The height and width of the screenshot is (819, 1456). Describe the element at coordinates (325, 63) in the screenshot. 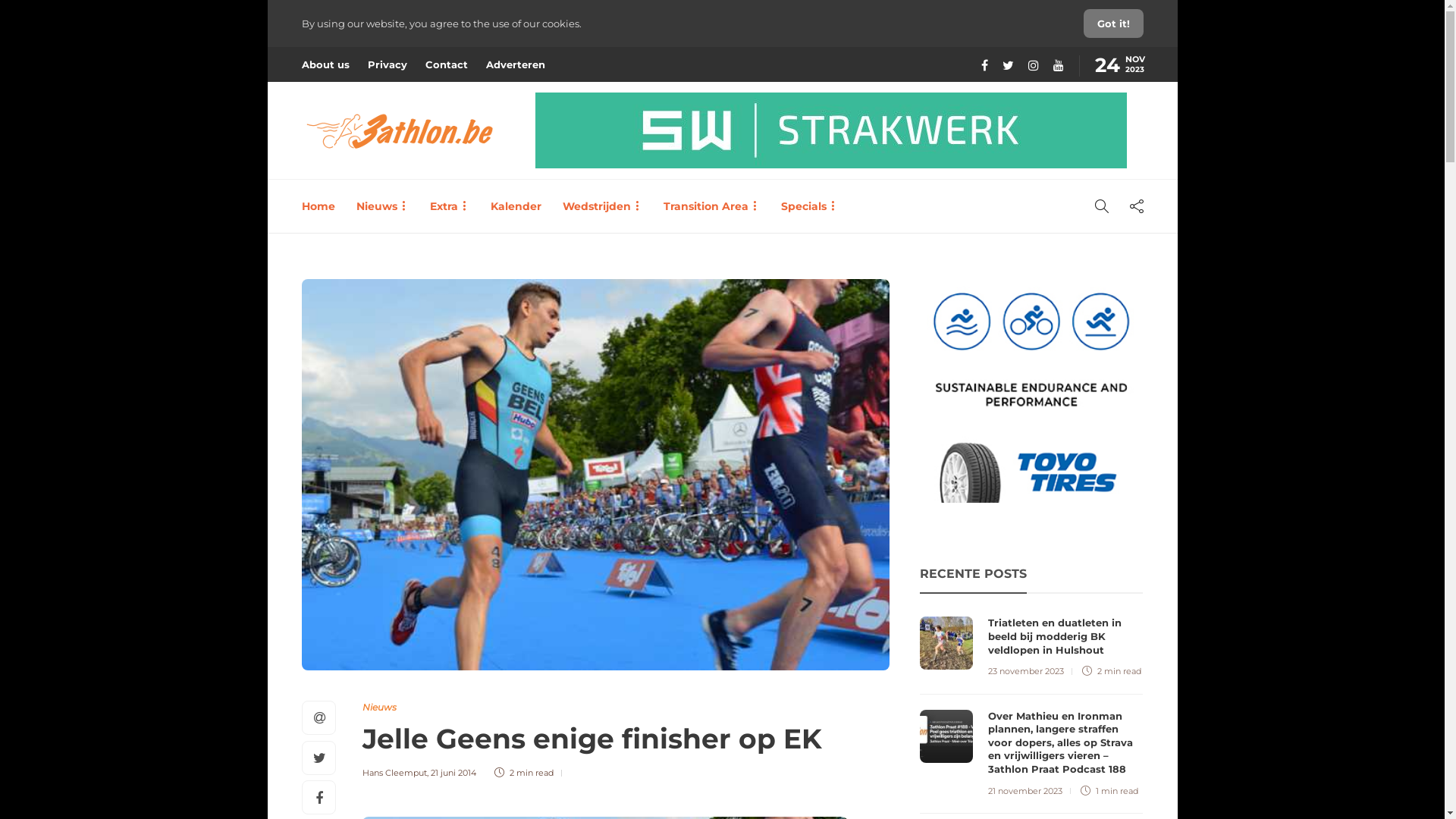

I see `'About us'` at that location.